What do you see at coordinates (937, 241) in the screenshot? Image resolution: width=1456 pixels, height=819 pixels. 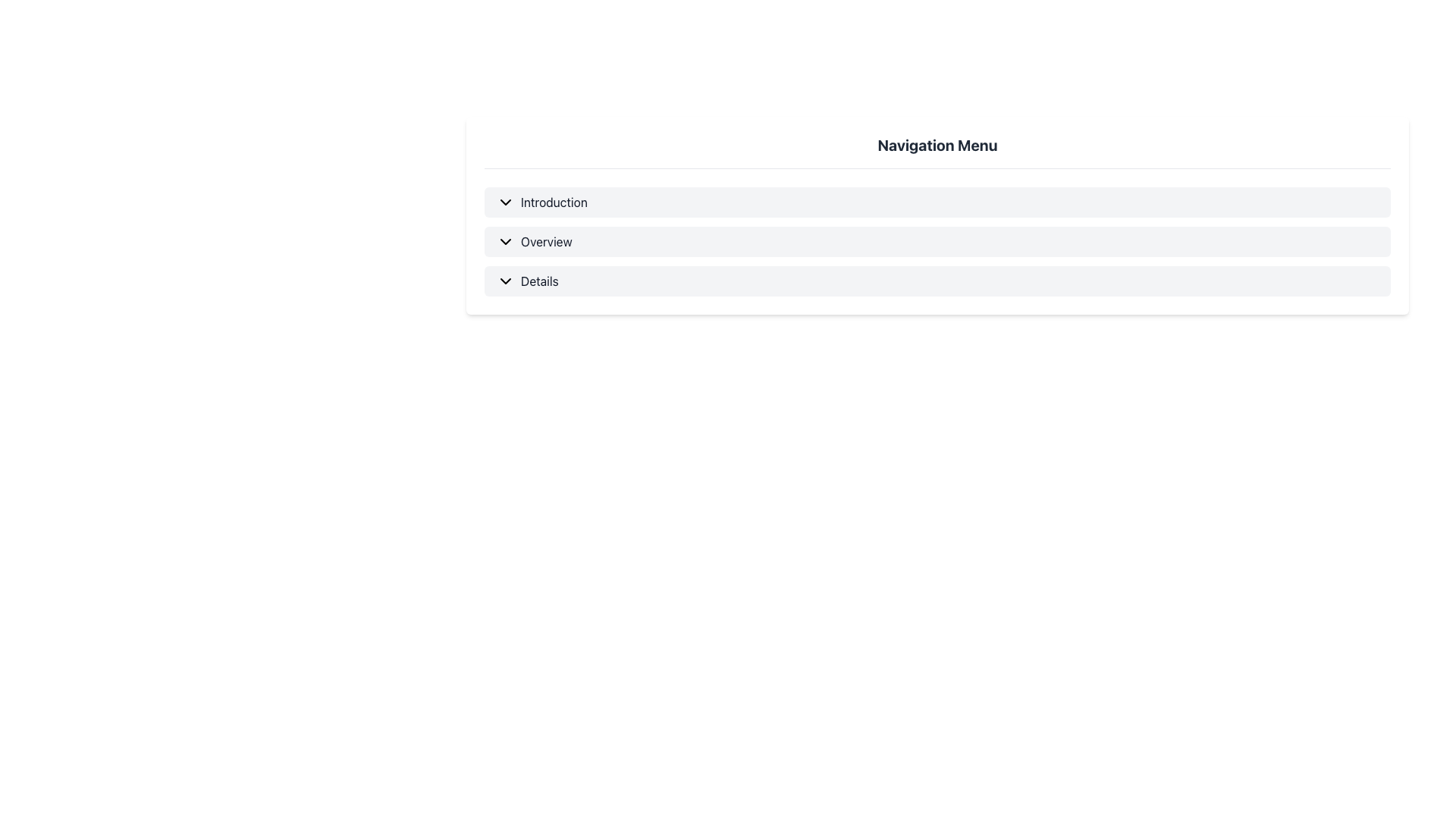 I see `the 'Overview' collapsible menu item` at bounding box center [937, 241].